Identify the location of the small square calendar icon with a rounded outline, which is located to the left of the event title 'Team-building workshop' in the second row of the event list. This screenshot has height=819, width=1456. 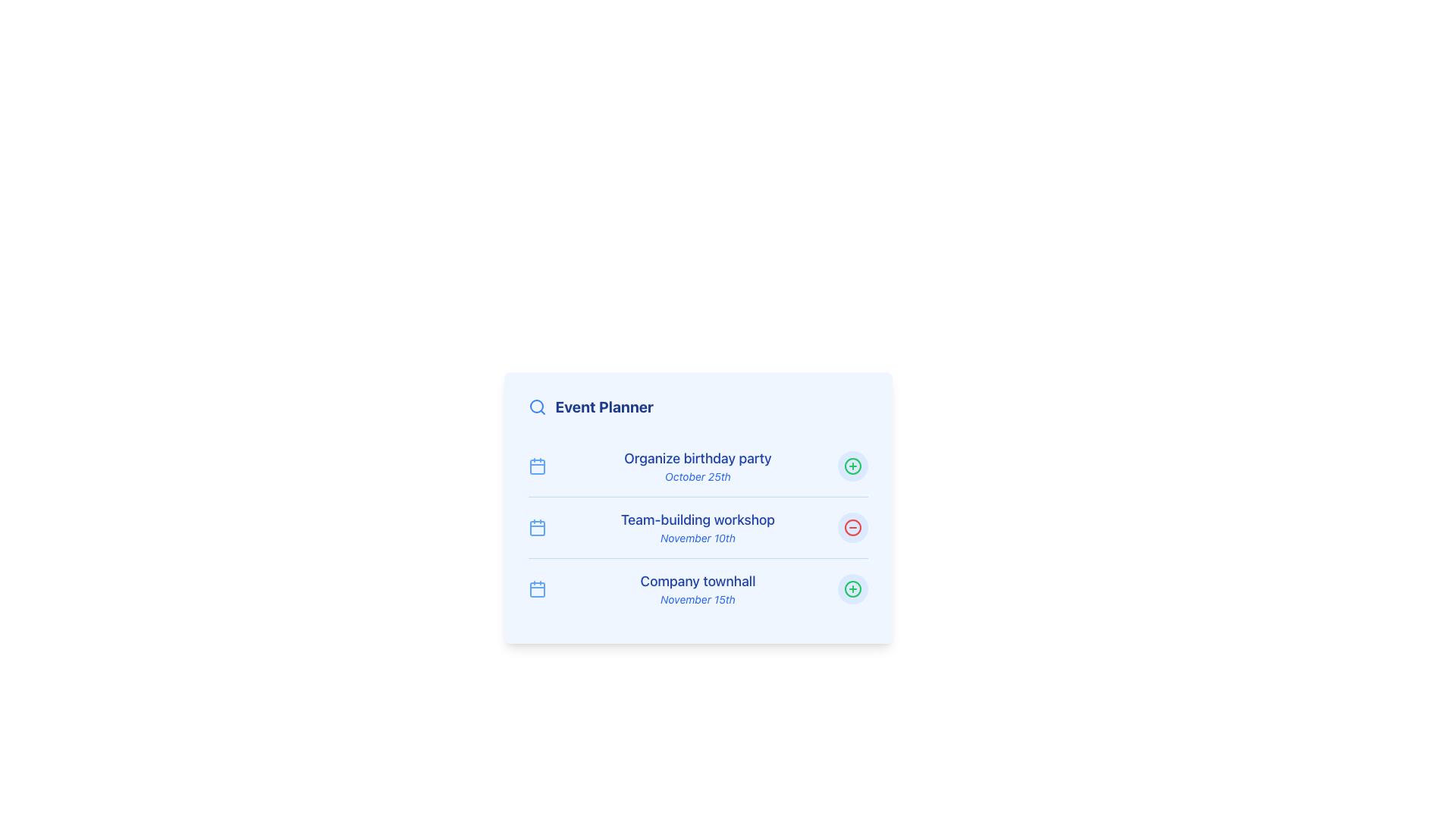
(537, 528).